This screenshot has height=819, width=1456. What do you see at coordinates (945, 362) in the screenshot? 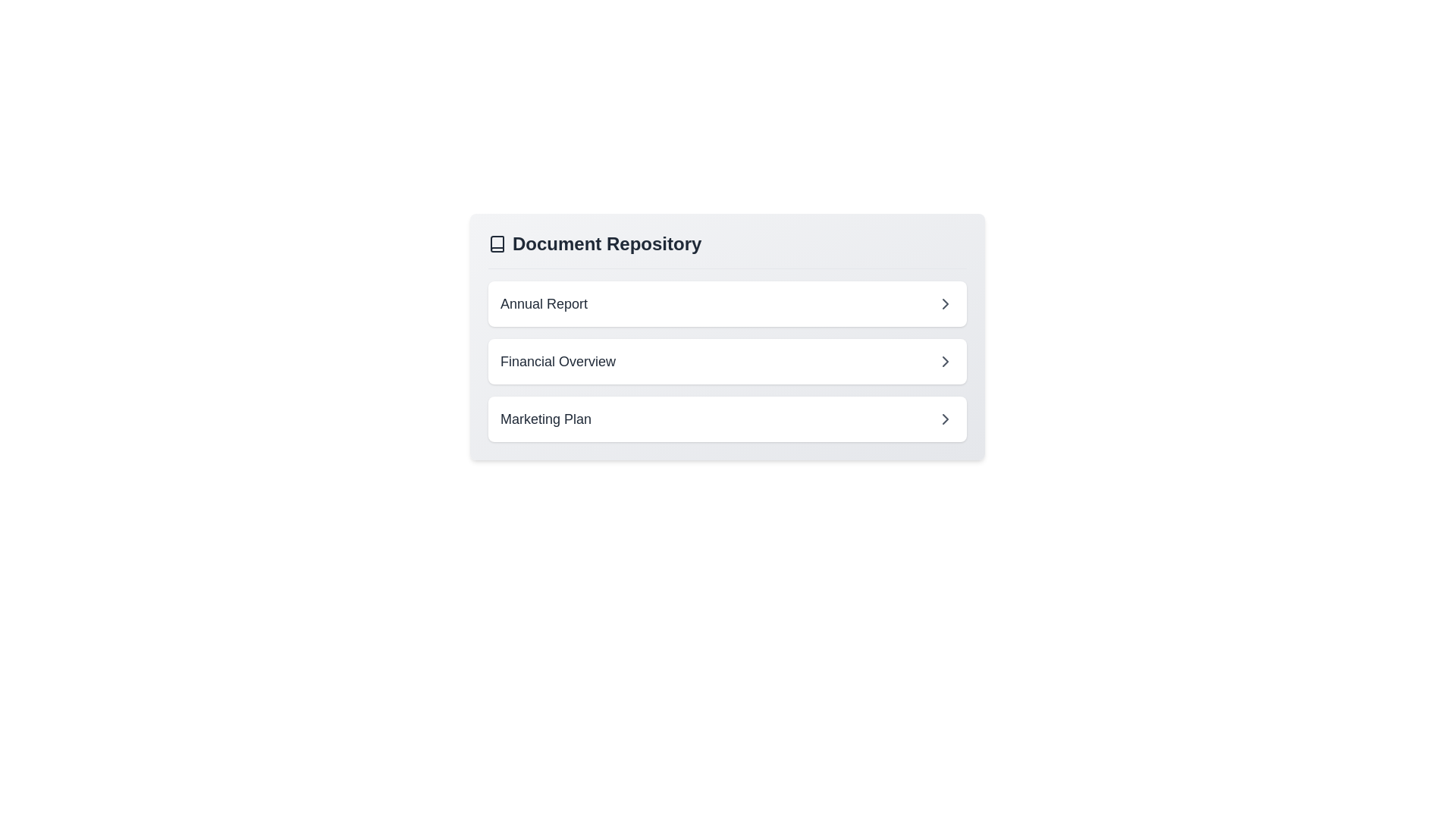
I see `the rightward-pointing chevron icon, which is located at the far right of the 'Financial Overview' list item` at bounding box center [945, 362].